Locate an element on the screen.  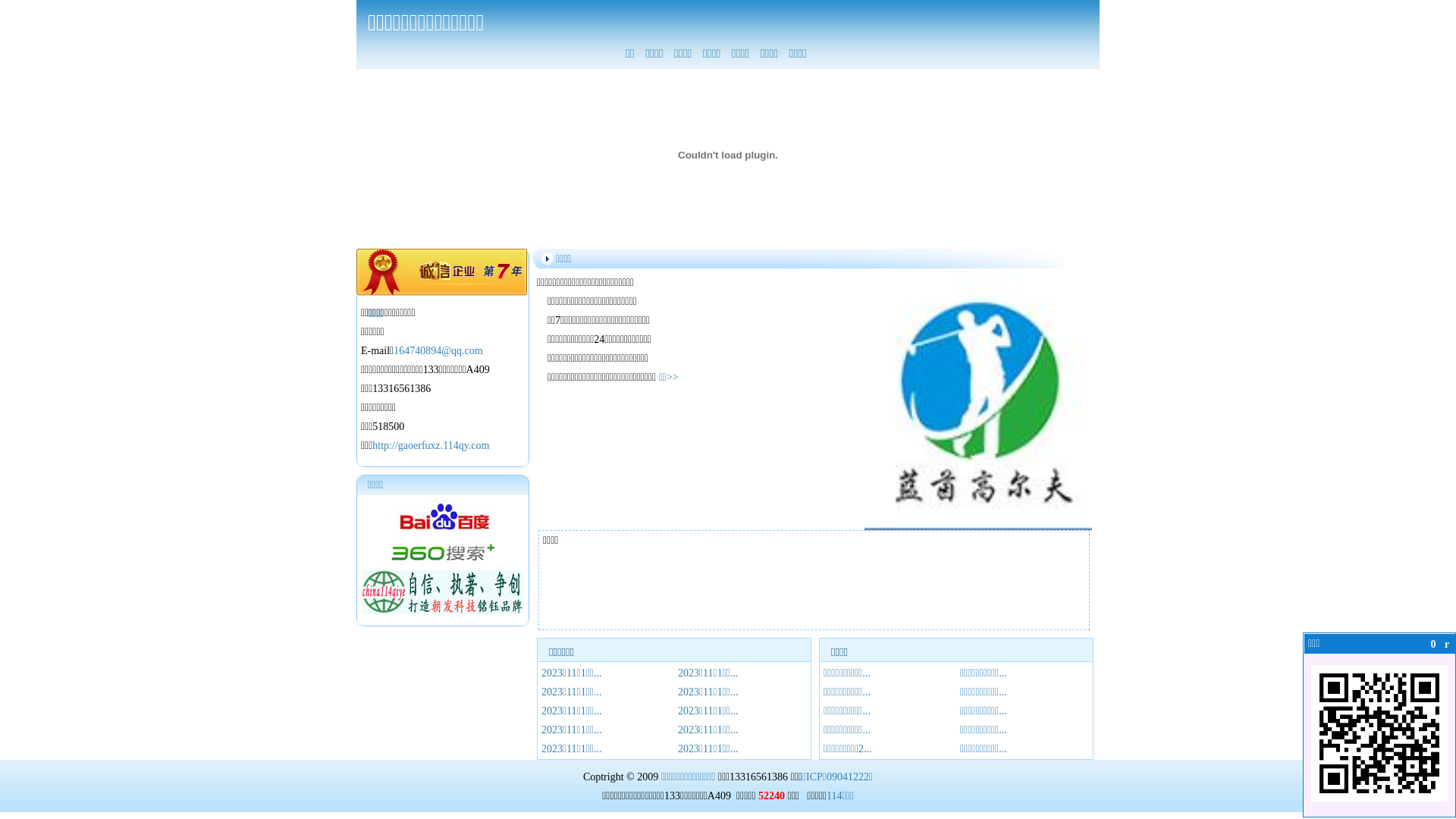
'0' is located at coordinates (1432, 644).